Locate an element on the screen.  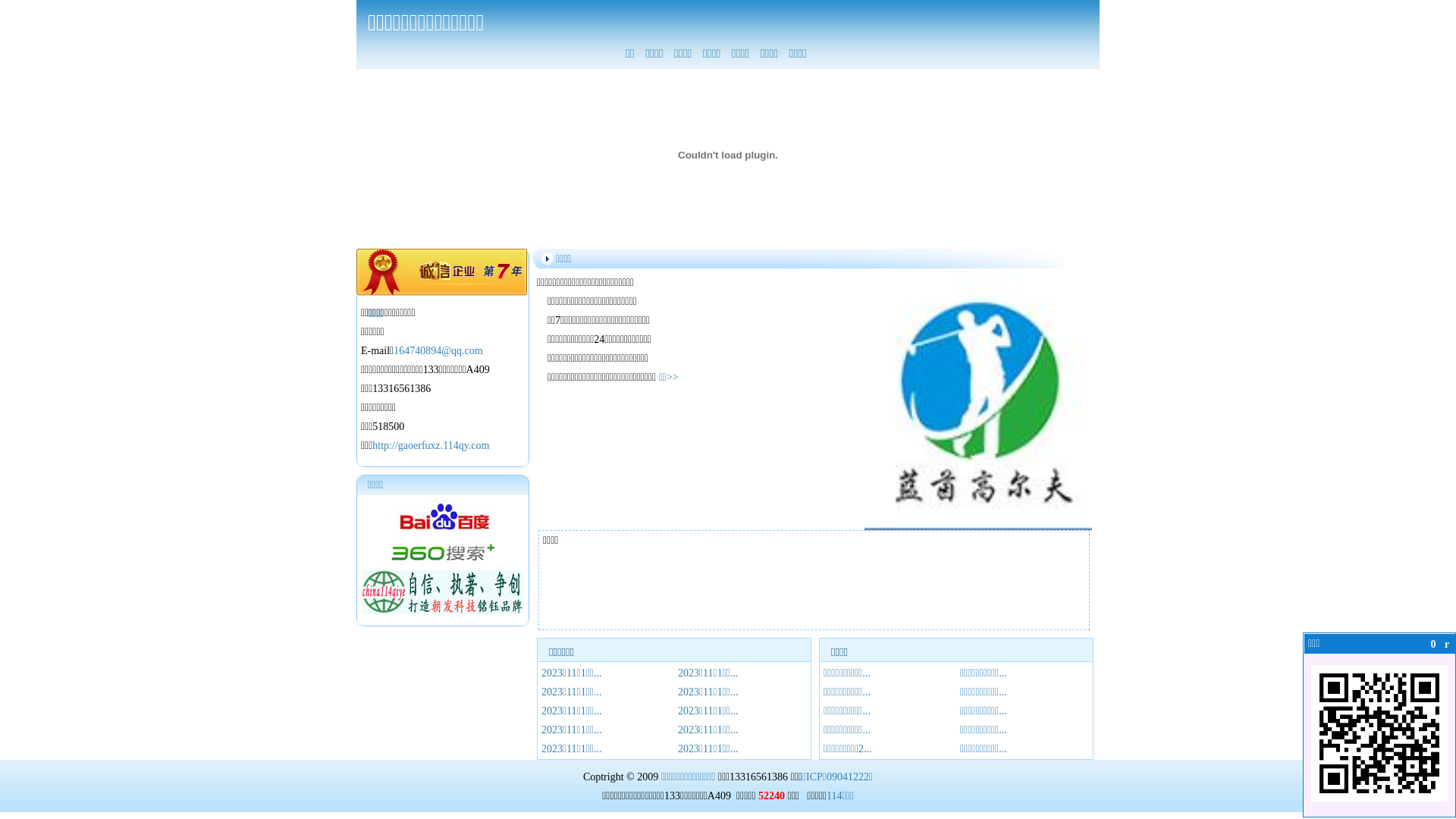
'0' is located at coordinates (1432, 644).